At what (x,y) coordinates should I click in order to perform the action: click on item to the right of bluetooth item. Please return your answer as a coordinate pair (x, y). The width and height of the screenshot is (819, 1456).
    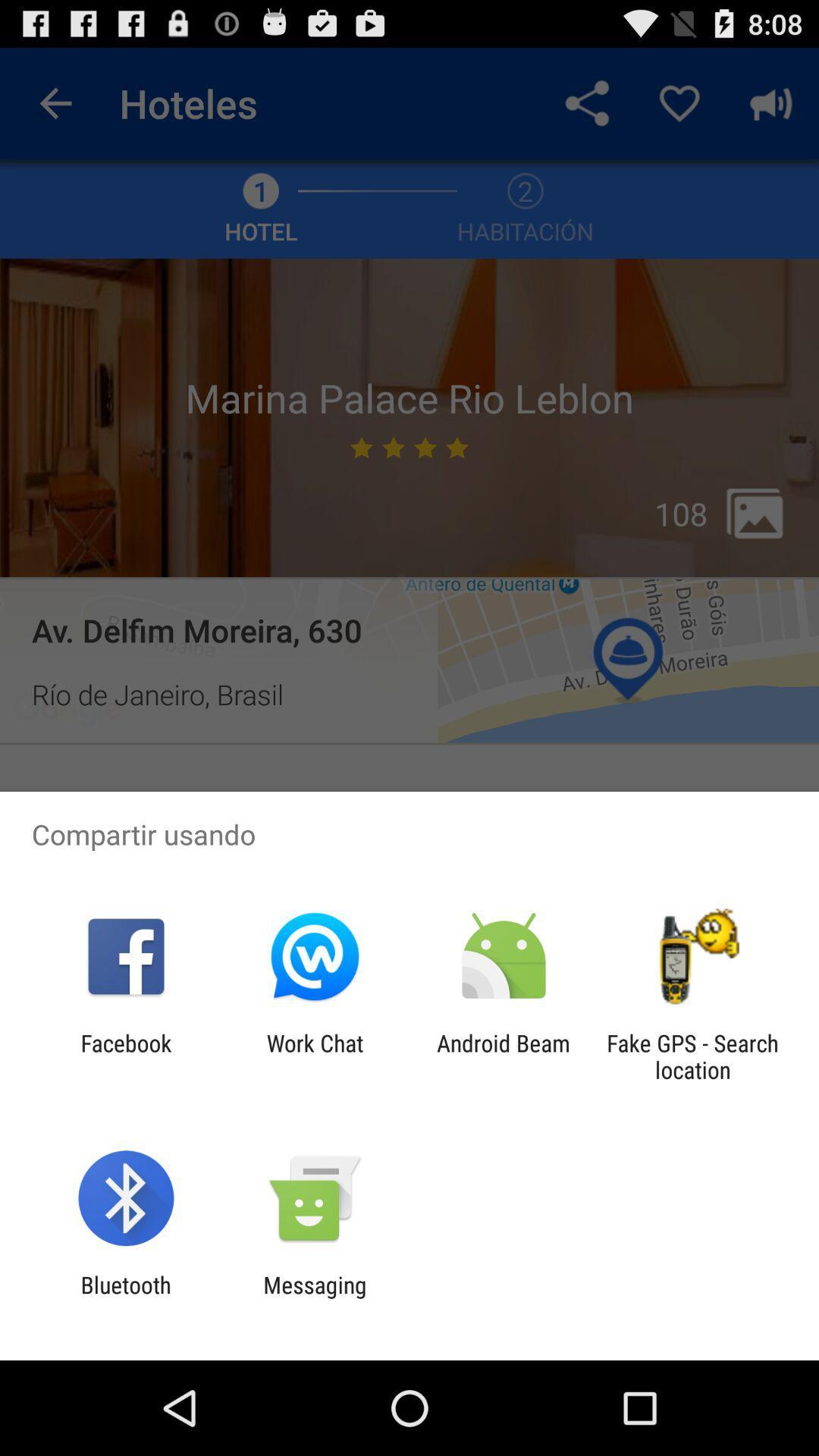
    Looking at the image, I should click on (314, 1298).